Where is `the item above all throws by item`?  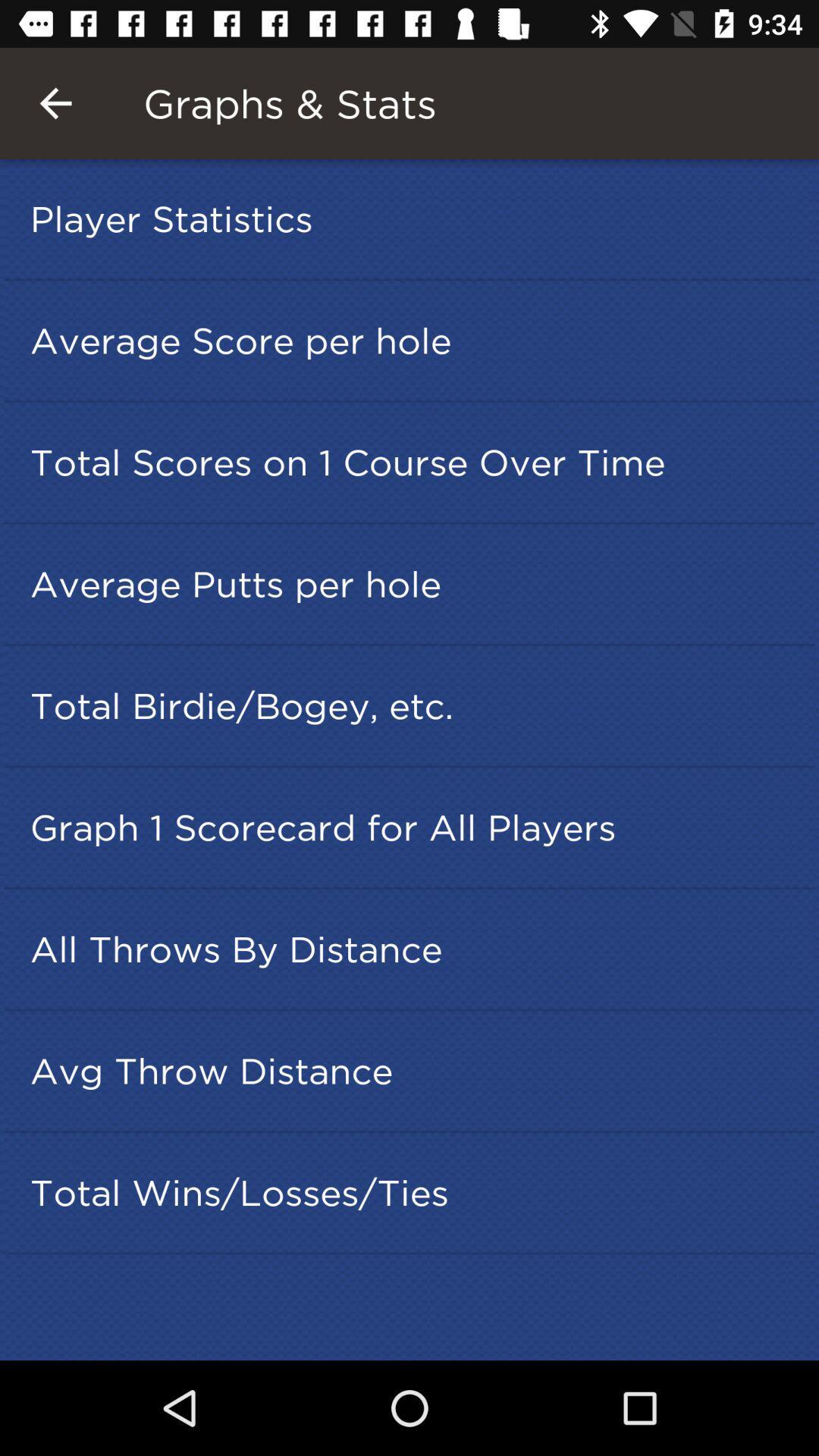 the item above all throws by item is located at coordinates (414, 827).